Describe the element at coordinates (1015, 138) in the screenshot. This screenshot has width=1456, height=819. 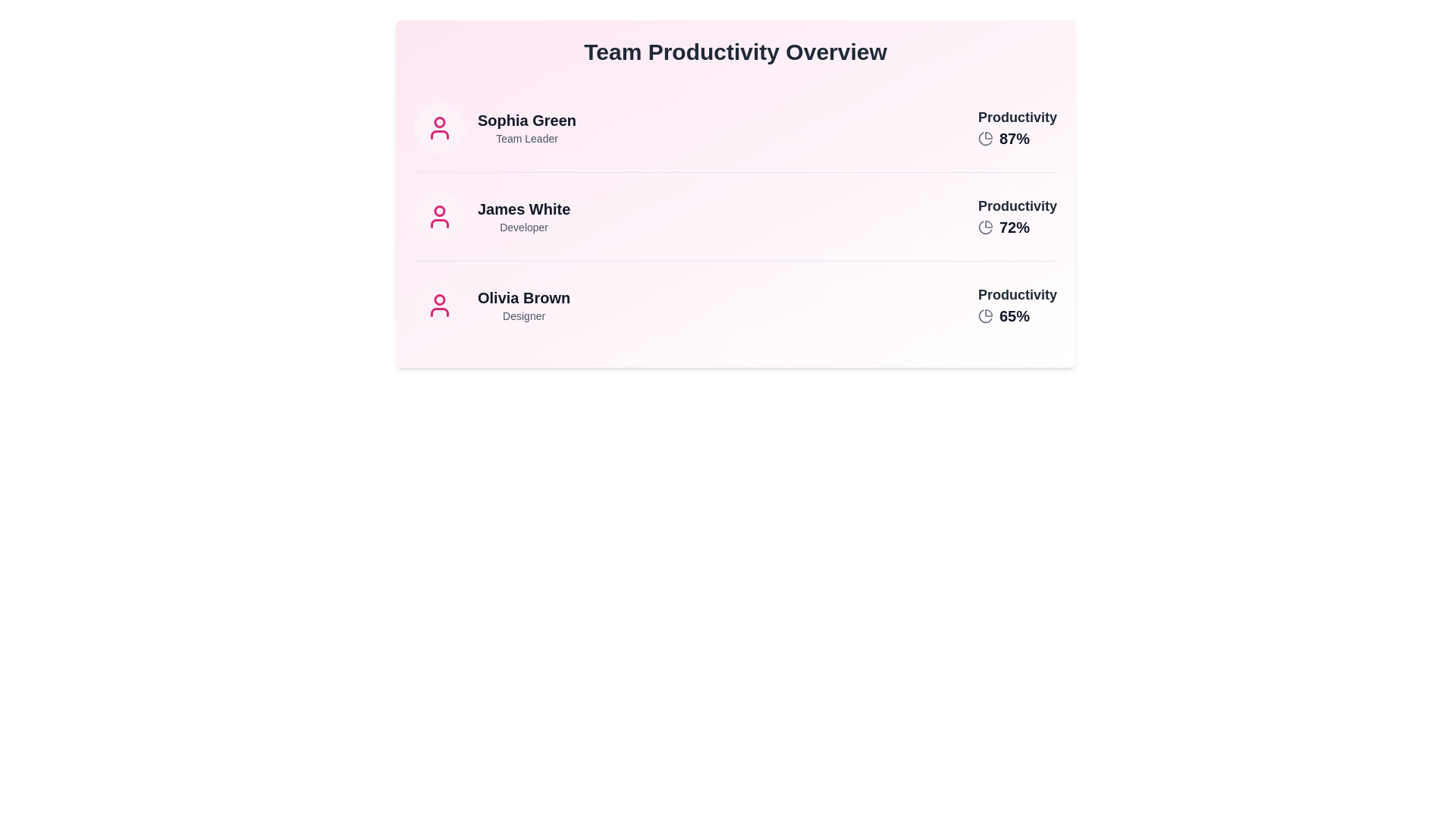
I see `the static text label displaying '87%' in bold and extra-large font, which indicates productivity information within the 'Team Productivity Overview' card` at that location.